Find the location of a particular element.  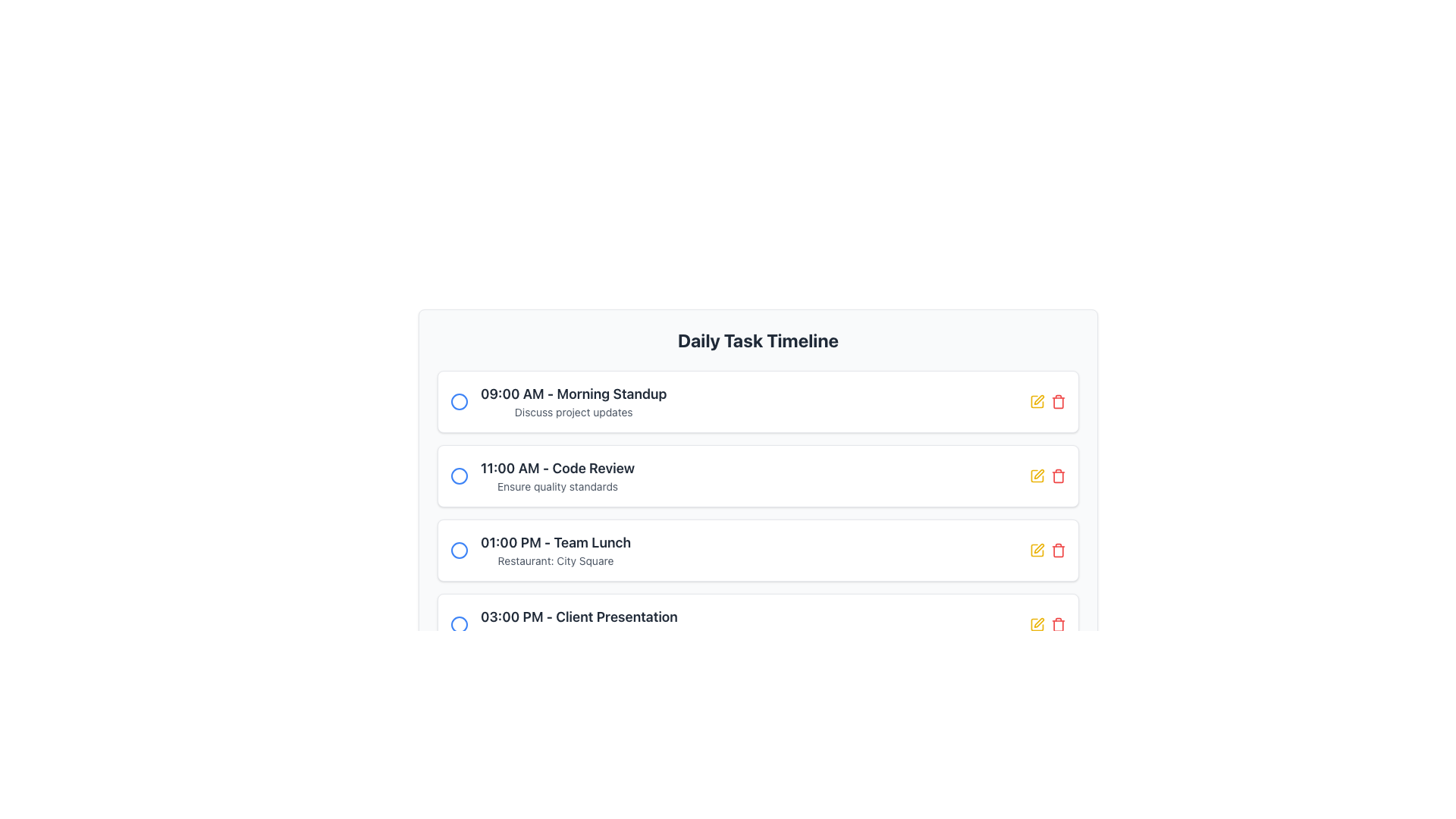

the text block displaying '01:00 PM - Team Lunch' and 'Restaurant: City Square' is located at coordinates (555, 550).